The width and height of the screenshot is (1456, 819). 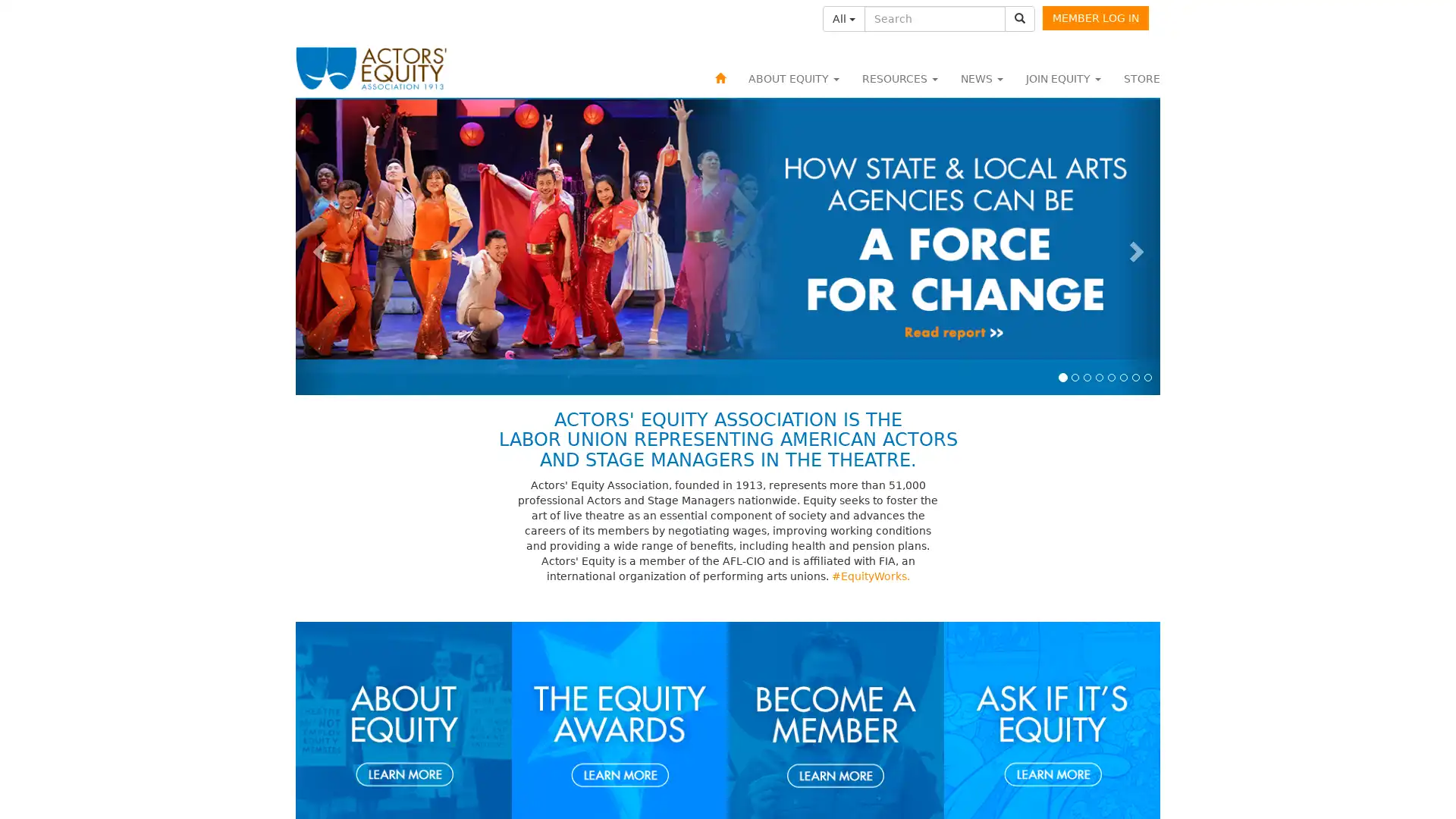 I want to click on Search, so click(x=1019, y=18).